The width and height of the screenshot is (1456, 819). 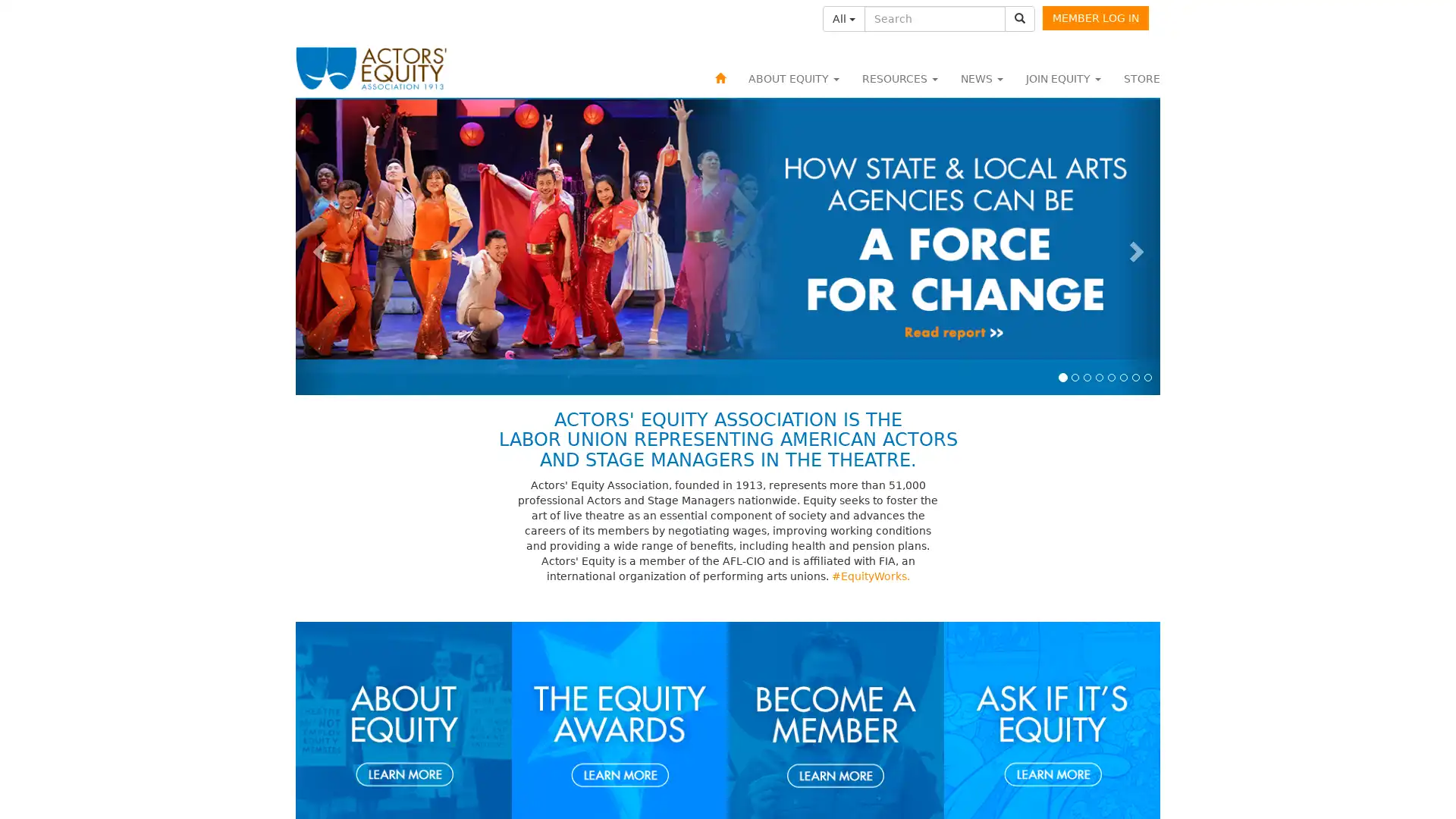 I want to click on Search, so click(x=1019, y=18).